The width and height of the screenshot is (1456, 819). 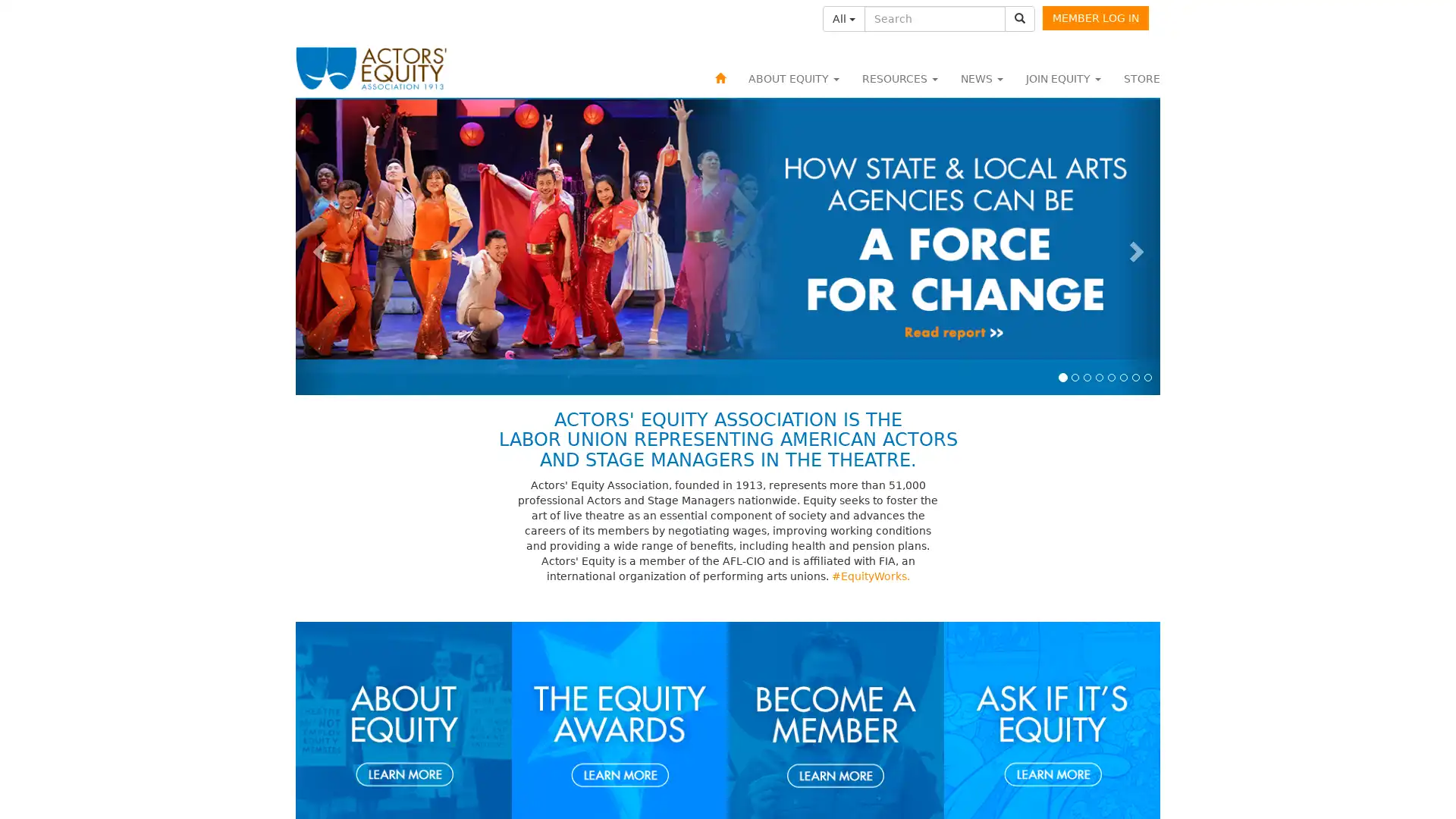 I want to click on Search, so click(x=1019, y=18).